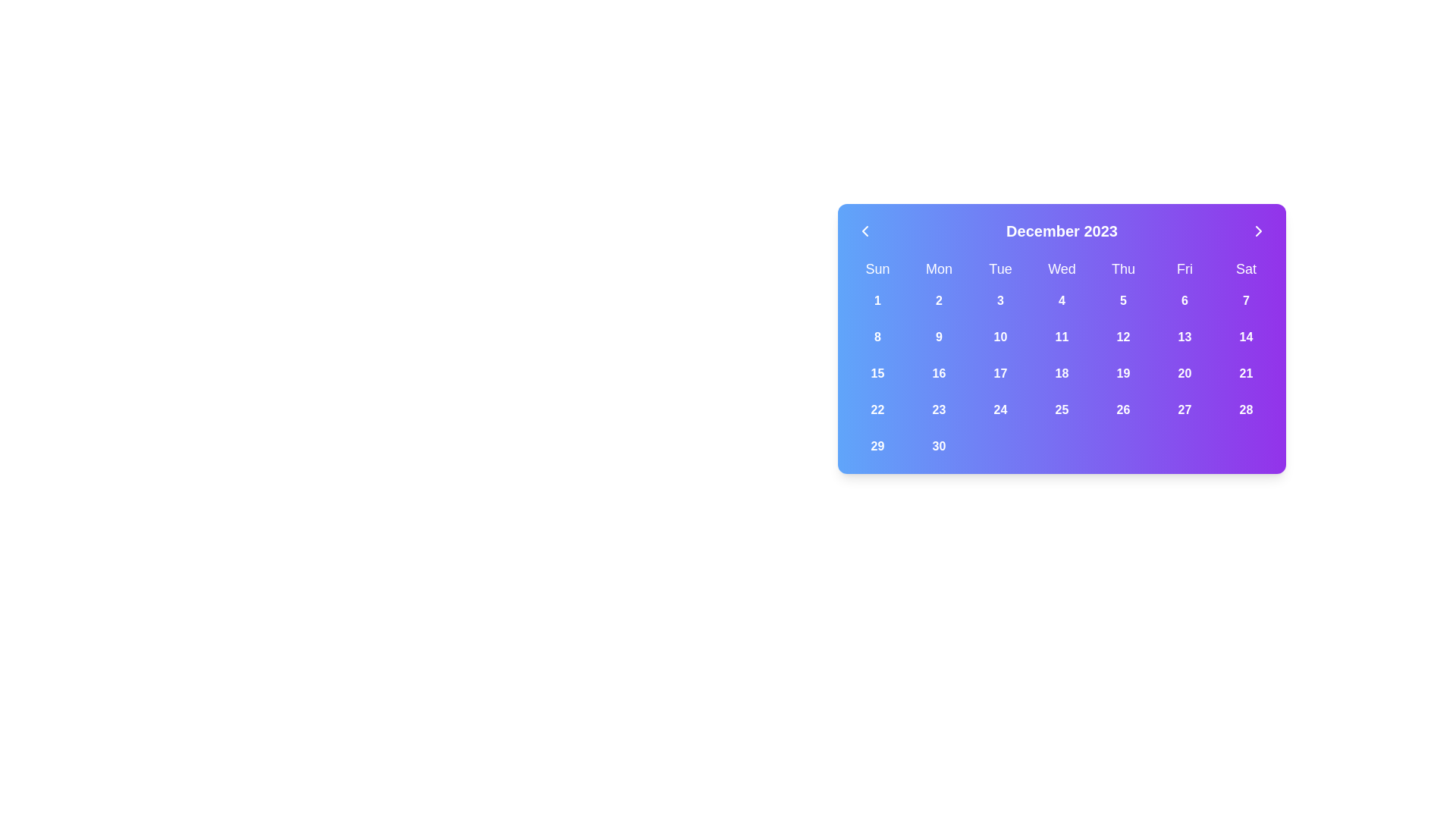  Describe the element at coordinates (1123, 374) in the screenshot. I see `the square button with a dark purple background and '19' in white text, located in the fourth row and fifth column of the calendar grid` at that location.